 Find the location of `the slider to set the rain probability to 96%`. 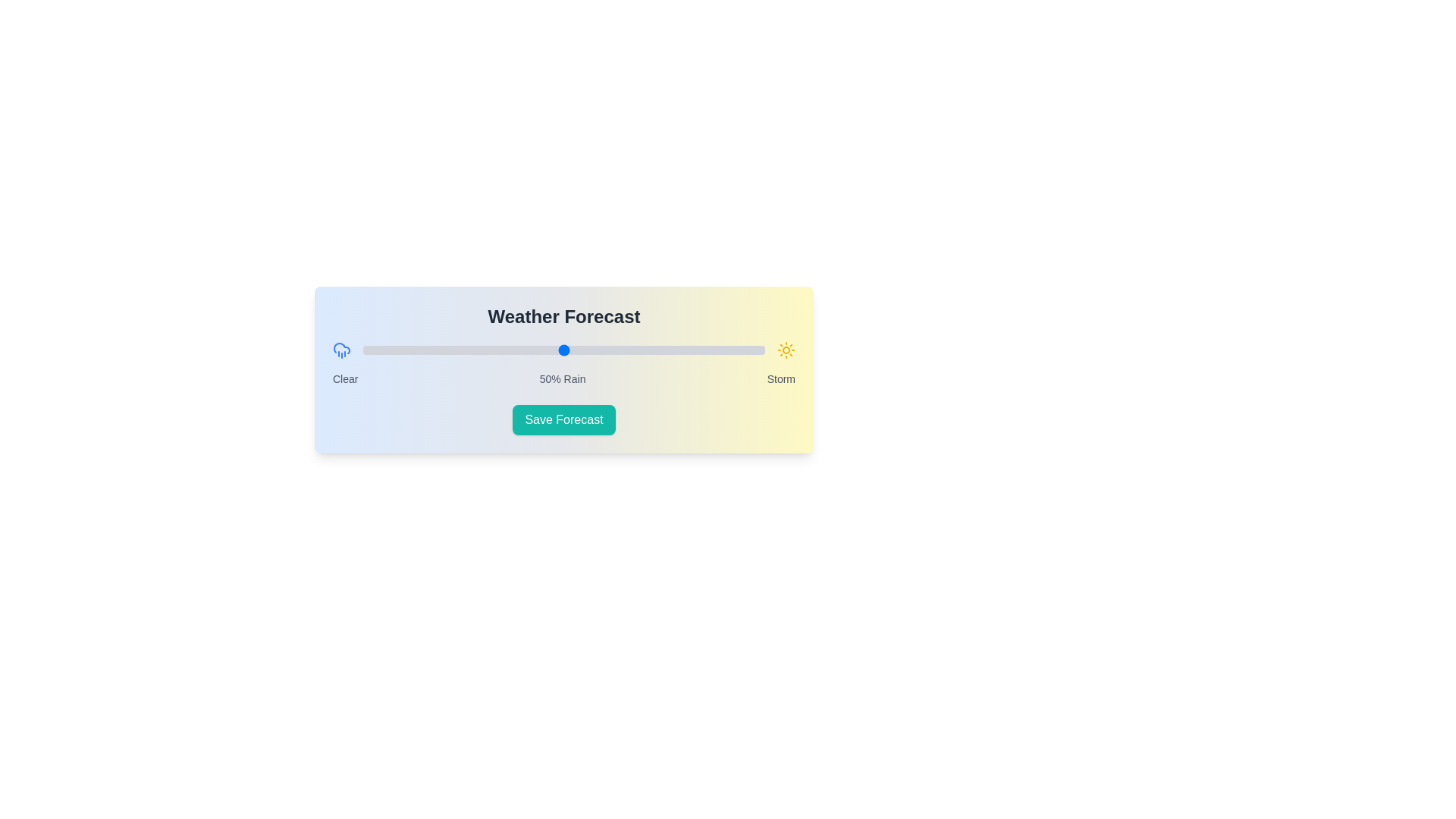

the slider to set the rain probability to 96% is located at coordinates (748, 350).